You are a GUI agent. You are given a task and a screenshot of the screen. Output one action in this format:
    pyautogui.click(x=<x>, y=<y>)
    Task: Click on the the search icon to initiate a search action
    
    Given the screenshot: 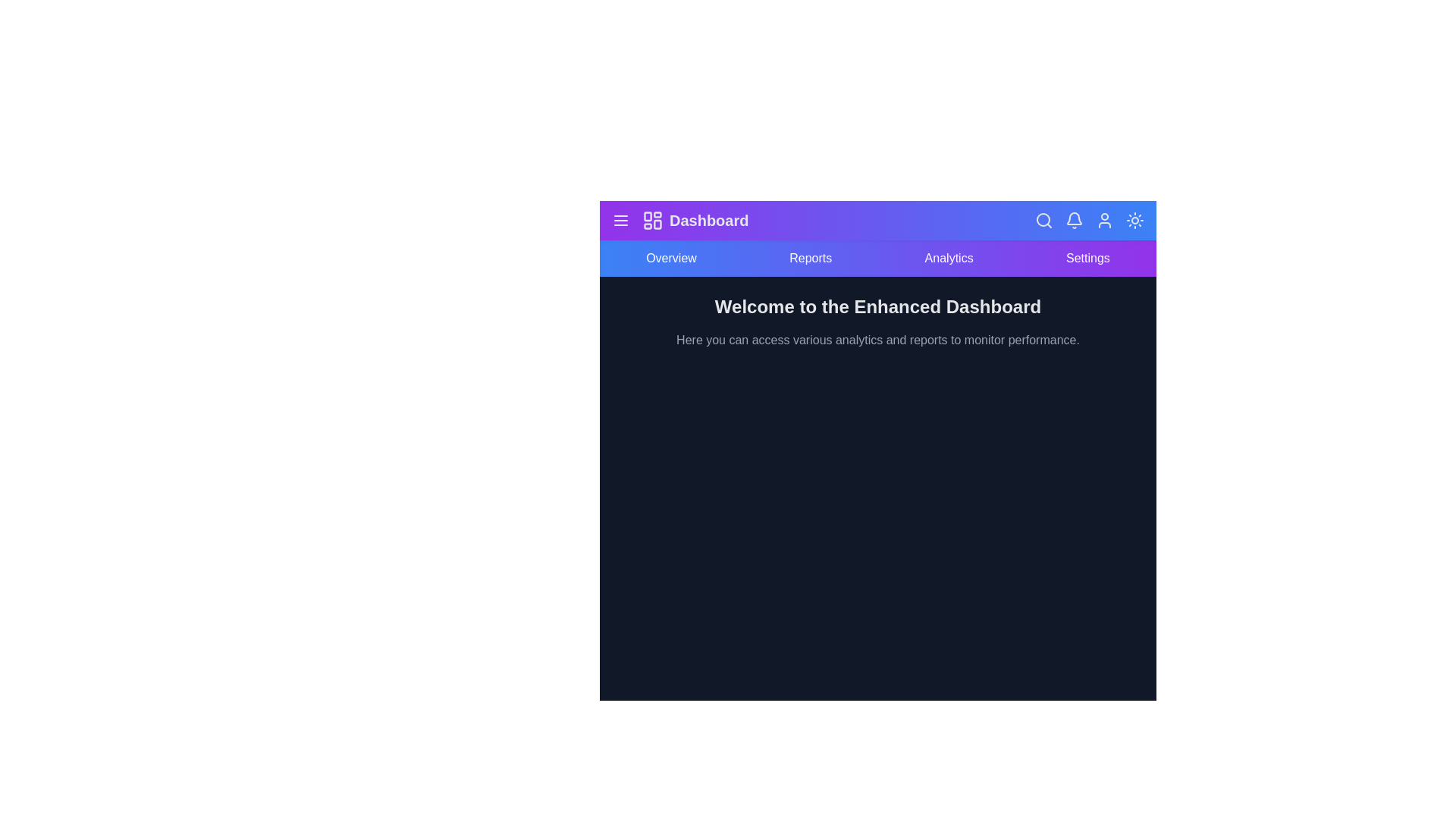 What is the action you would take?
    pyautogui.click(x=1043, y=220)
    